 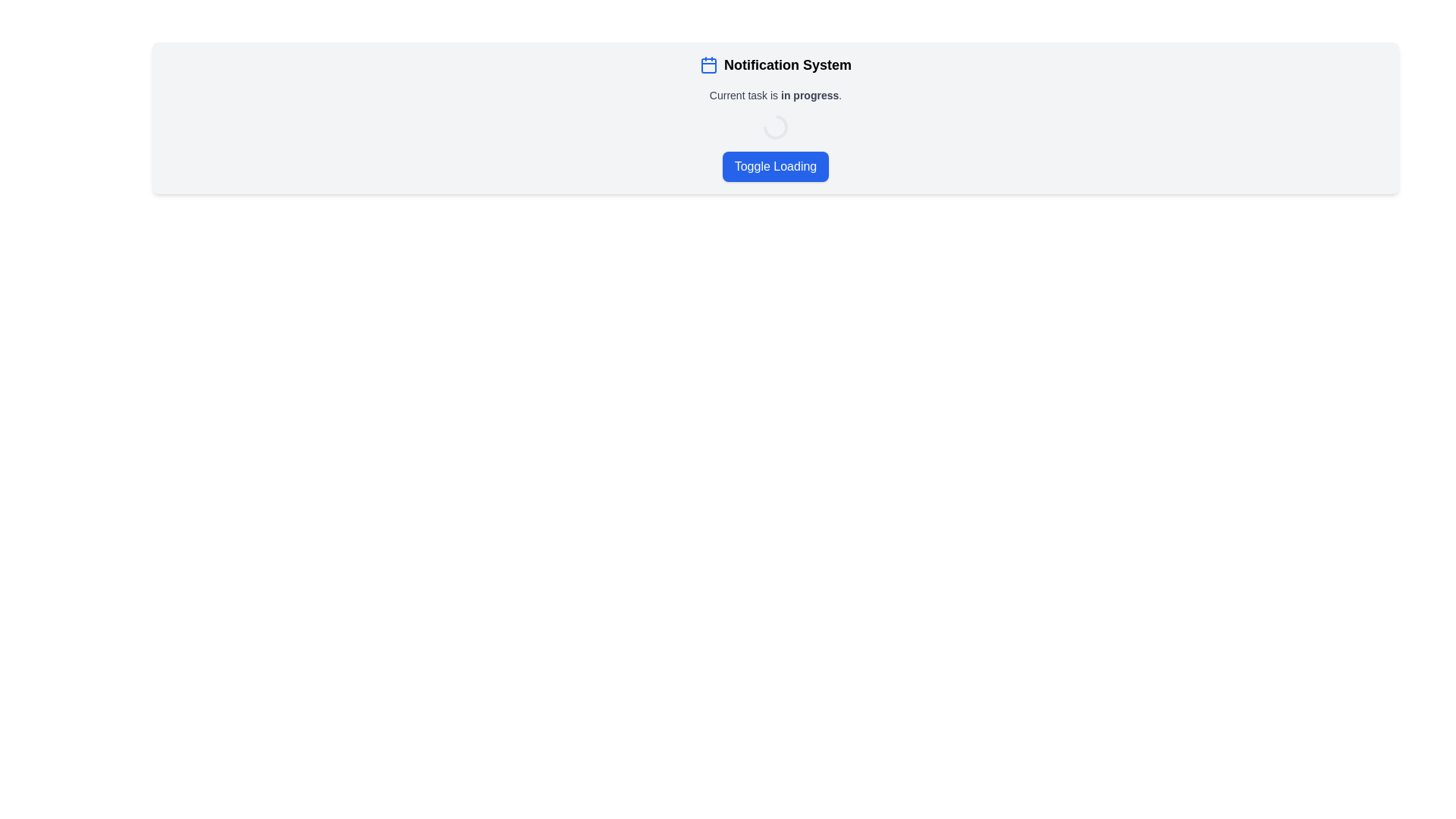 I want to click on the SVG rectangle representing a segment of the calendar icon, which is centrally positioned within the calendar layout, so click(x=708, y=65).